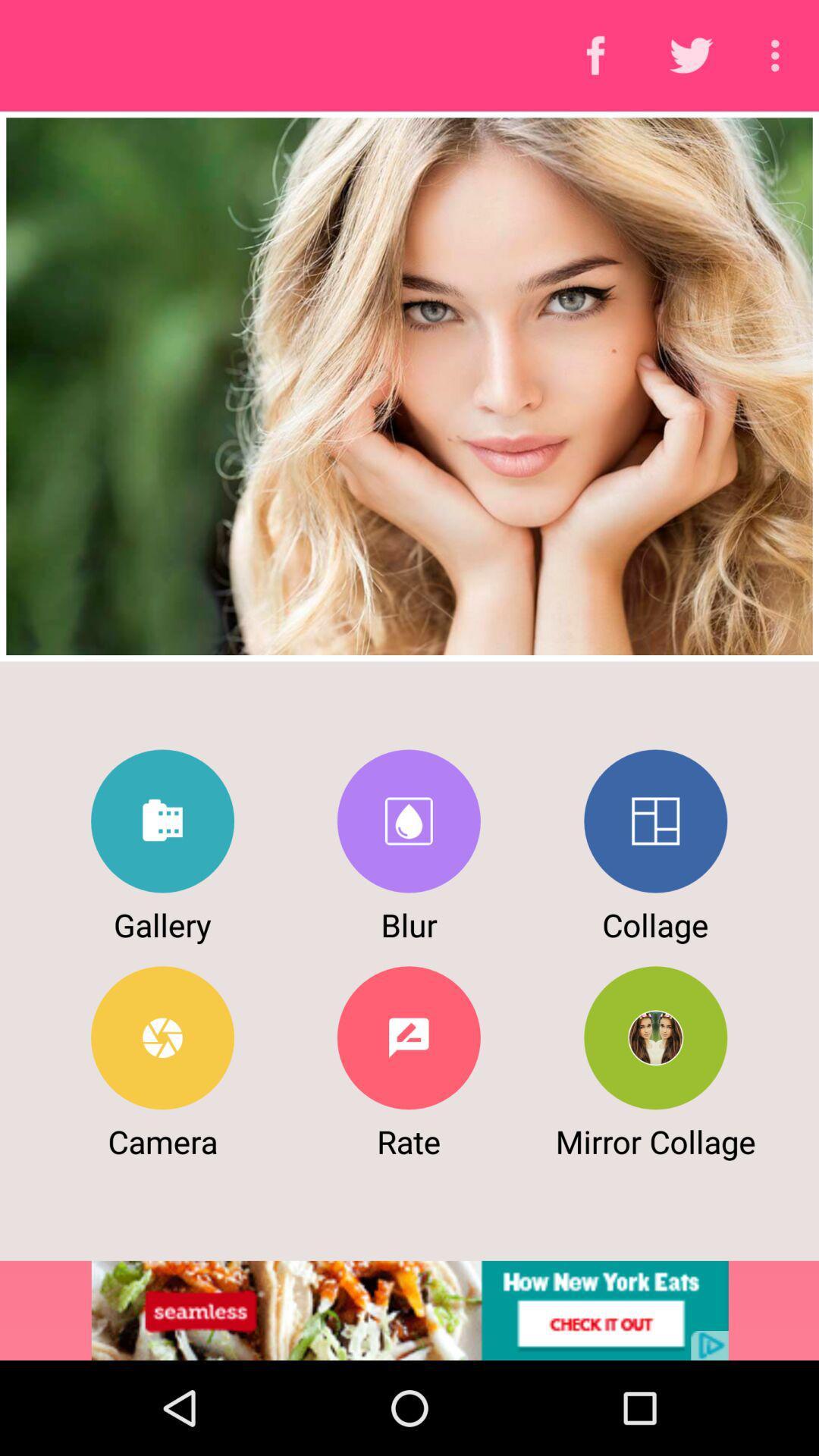  I want to click on click camera icon, so click(162, 1037).